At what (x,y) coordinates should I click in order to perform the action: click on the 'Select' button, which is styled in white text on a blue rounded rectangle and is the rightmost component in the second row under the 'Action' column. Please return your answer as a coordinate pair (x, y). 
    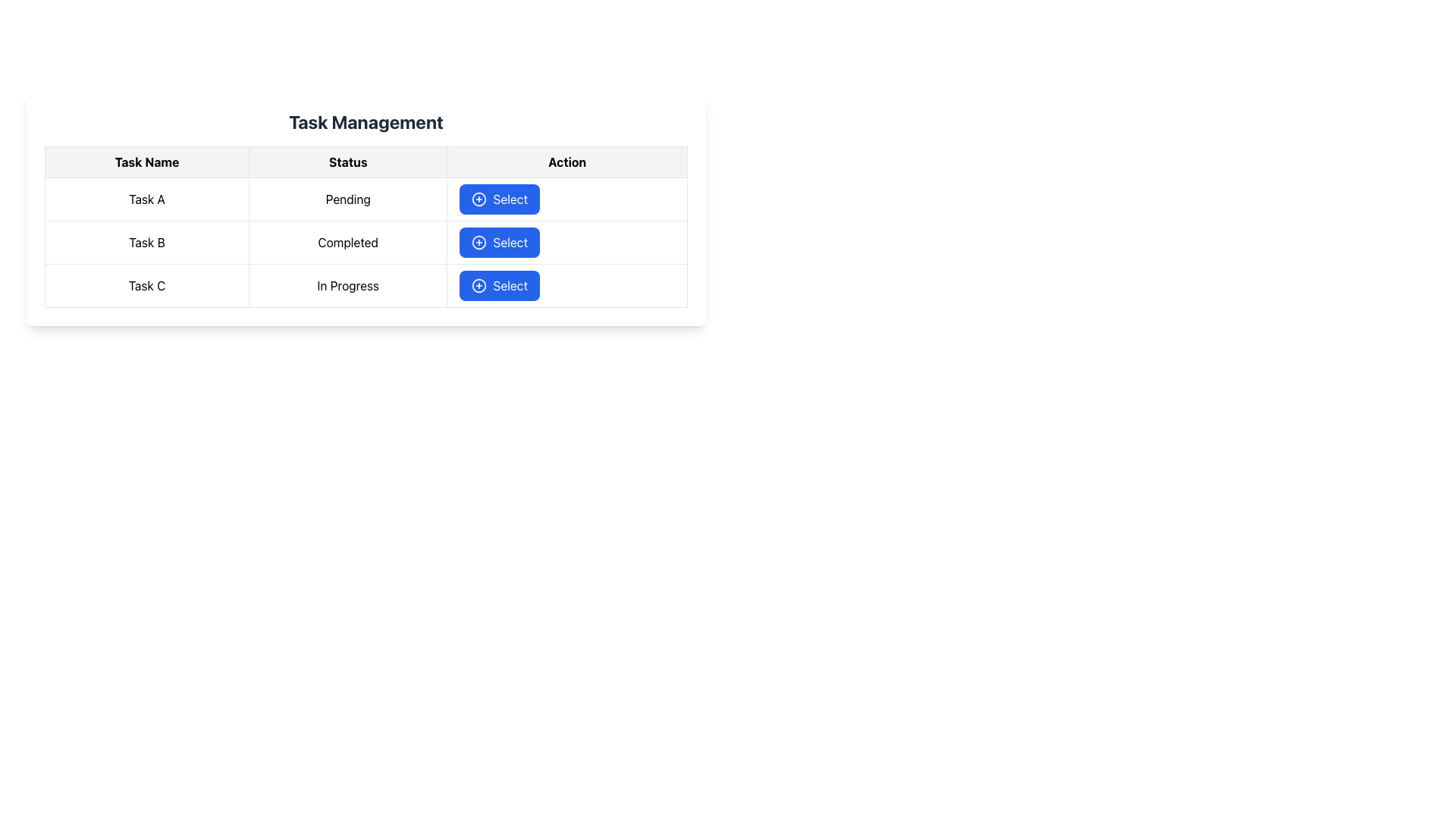
    Looking at the image, I should click on (510, 242).